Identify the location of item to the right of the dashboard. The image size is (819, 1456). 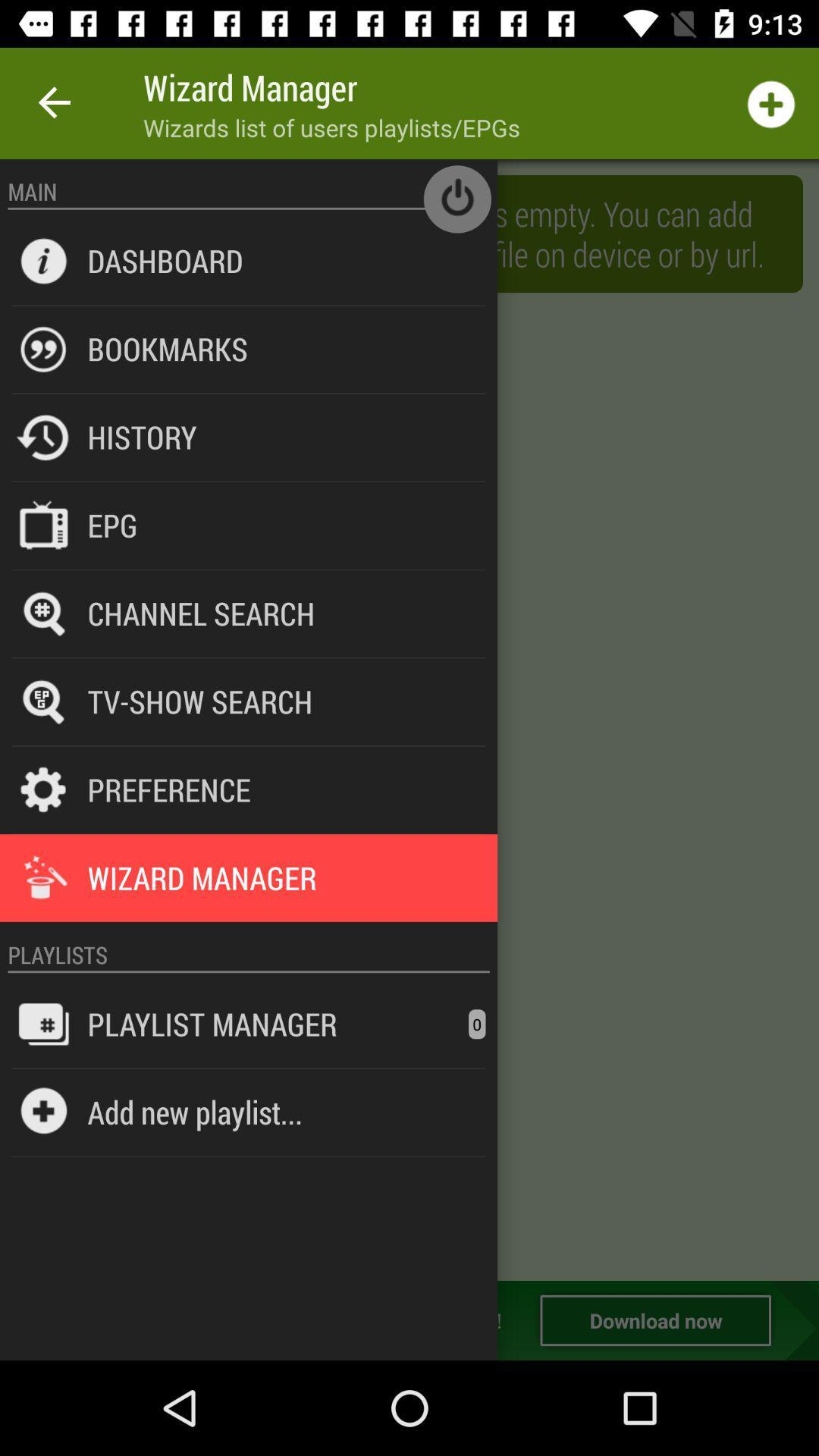
(457, 198).